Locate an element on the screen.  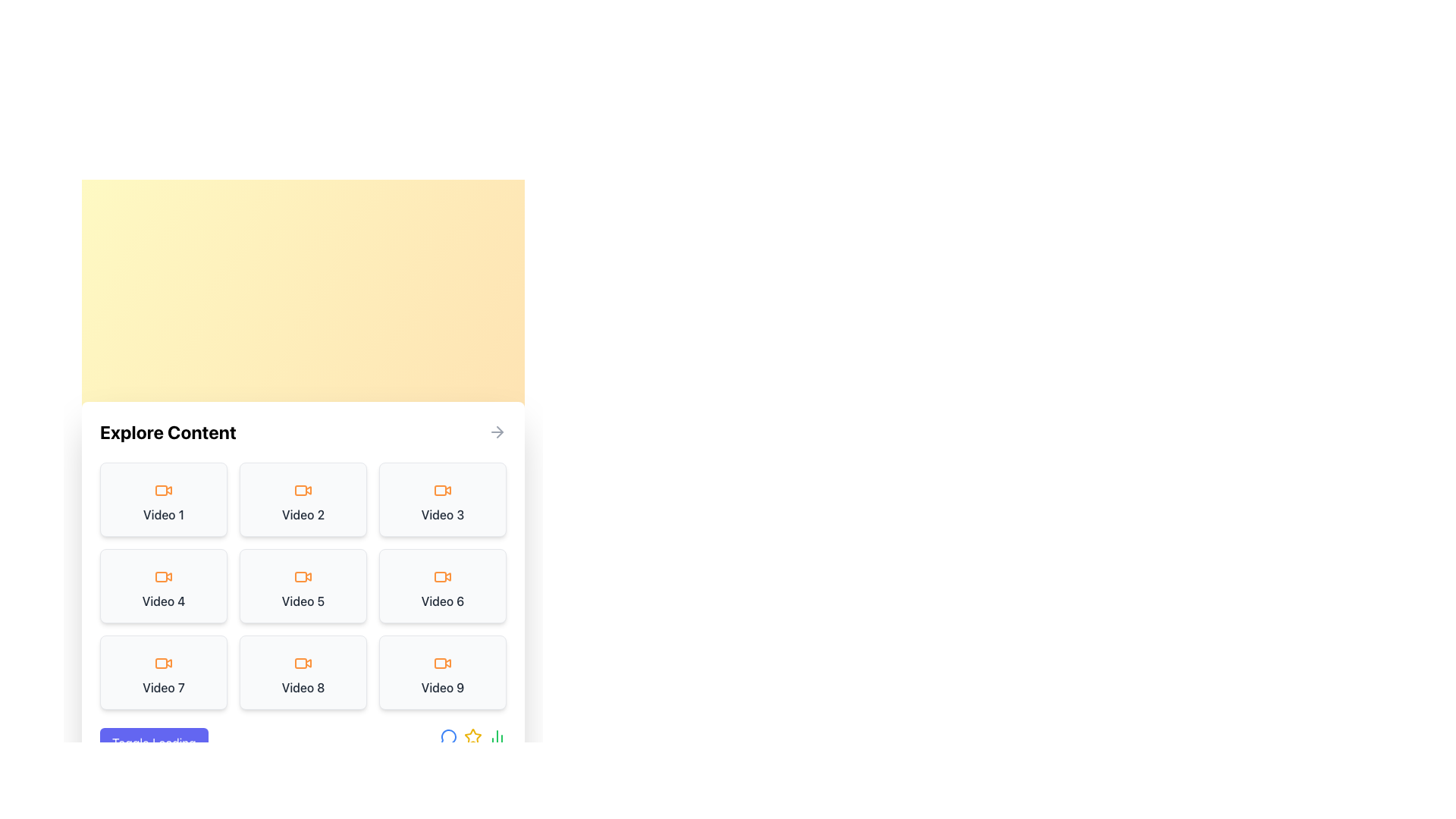
the non-interactive SVG icon that visually indicates a video resource, located in the eighth item of a 3x3 grid layout, centered in the cell labeled 'Video 8' is located at coordinates (308, 662).